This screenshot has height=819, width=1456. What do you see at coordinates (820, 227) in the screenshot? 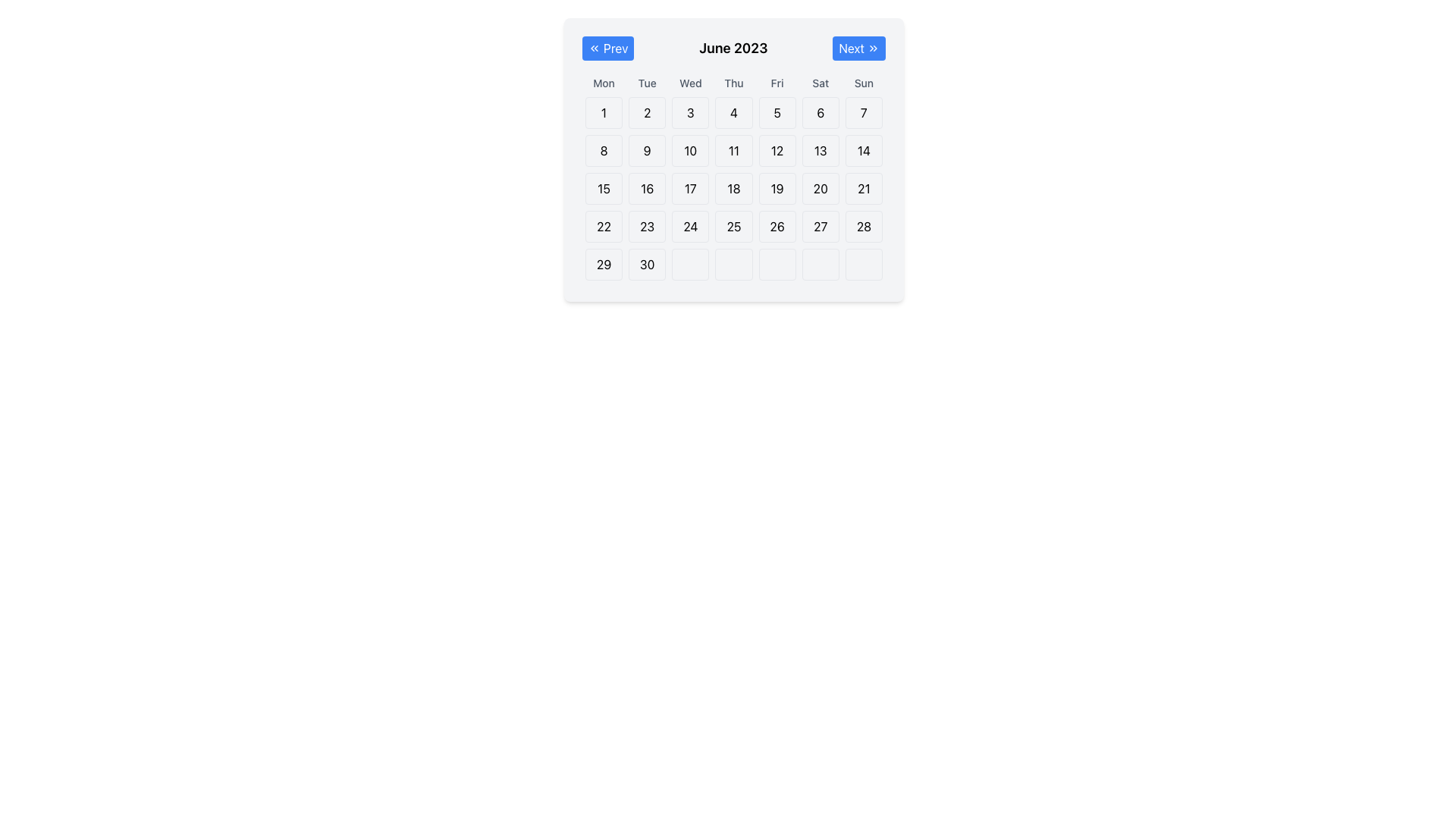
I see `the selectable cell displaying the number '27', which is the 6th cell in a row of 7 cells in the calendar interface` at bounding box center [820, 227].